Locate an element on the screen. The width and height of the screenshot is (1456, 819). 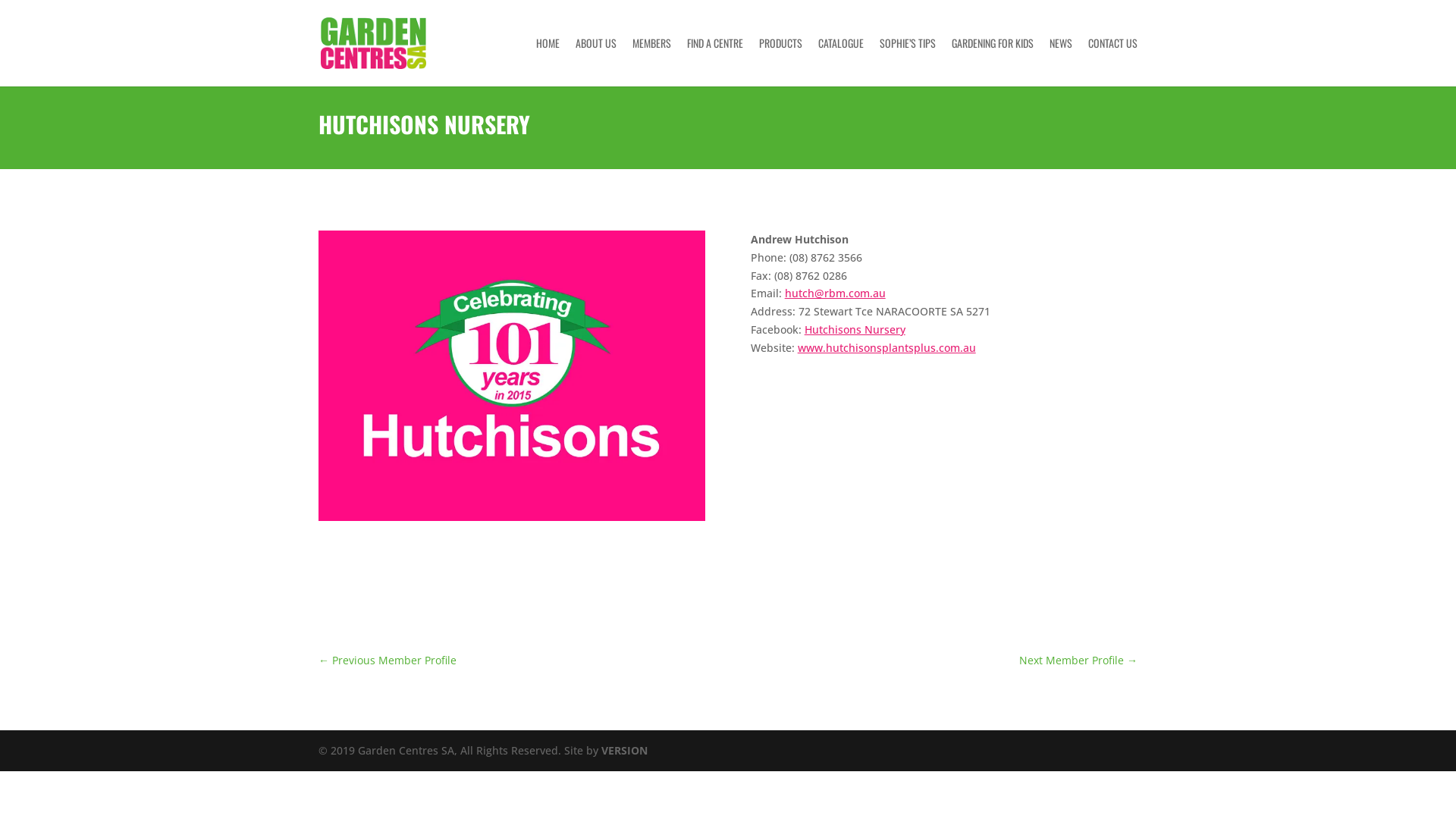
'www.hutchisonsplantsplus.com.au' is located at coordinates (886, 347).